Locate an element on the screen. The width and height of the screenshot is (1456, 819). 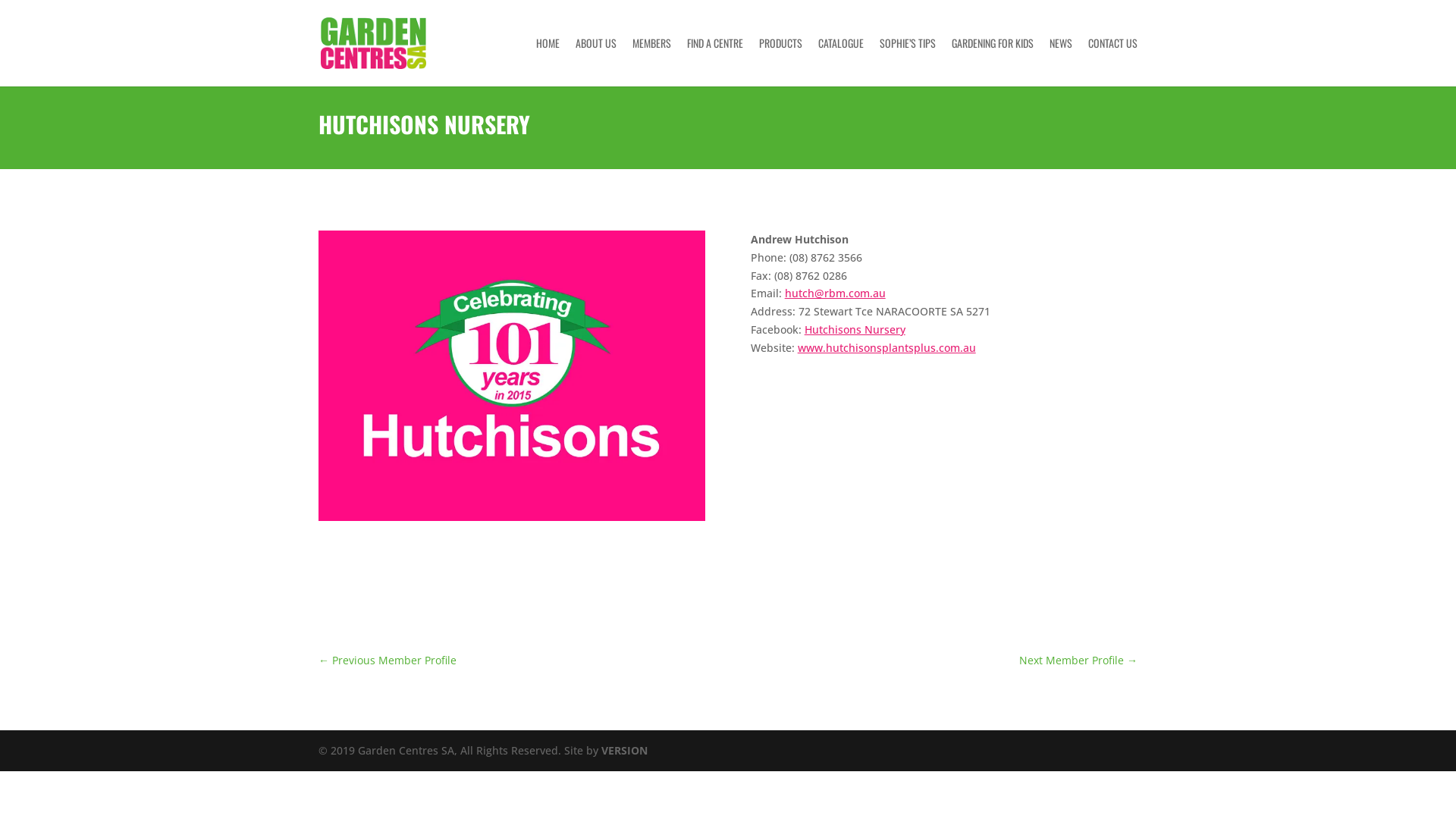
'www.hutchisonsplantsplus.com.au' is located at coordinates (886, 347).